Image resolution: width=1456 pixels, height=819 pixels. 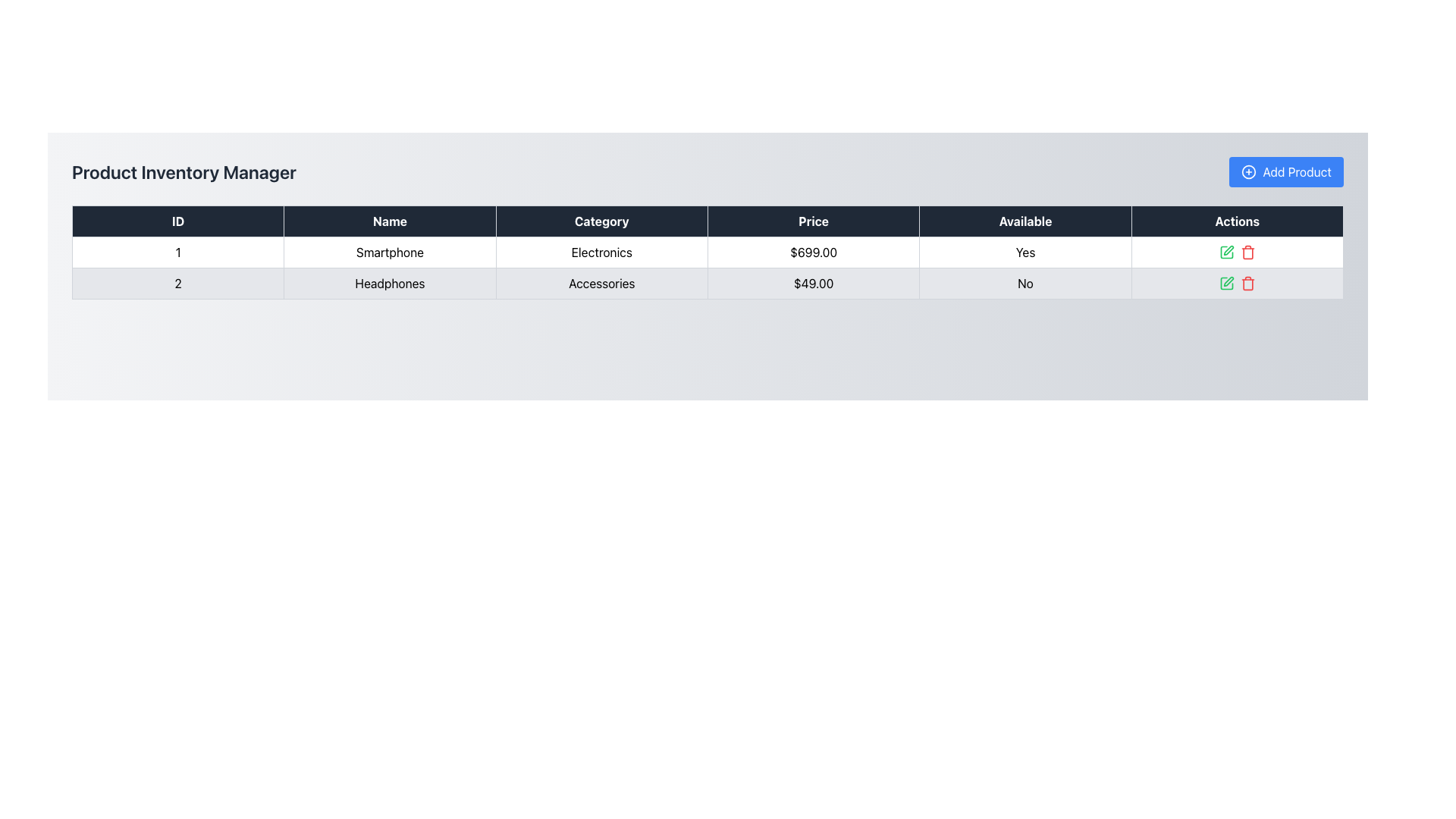 I want to click on the pen SVG icon in the 'Actions' column of the second row, so click(x=1228, y=281).